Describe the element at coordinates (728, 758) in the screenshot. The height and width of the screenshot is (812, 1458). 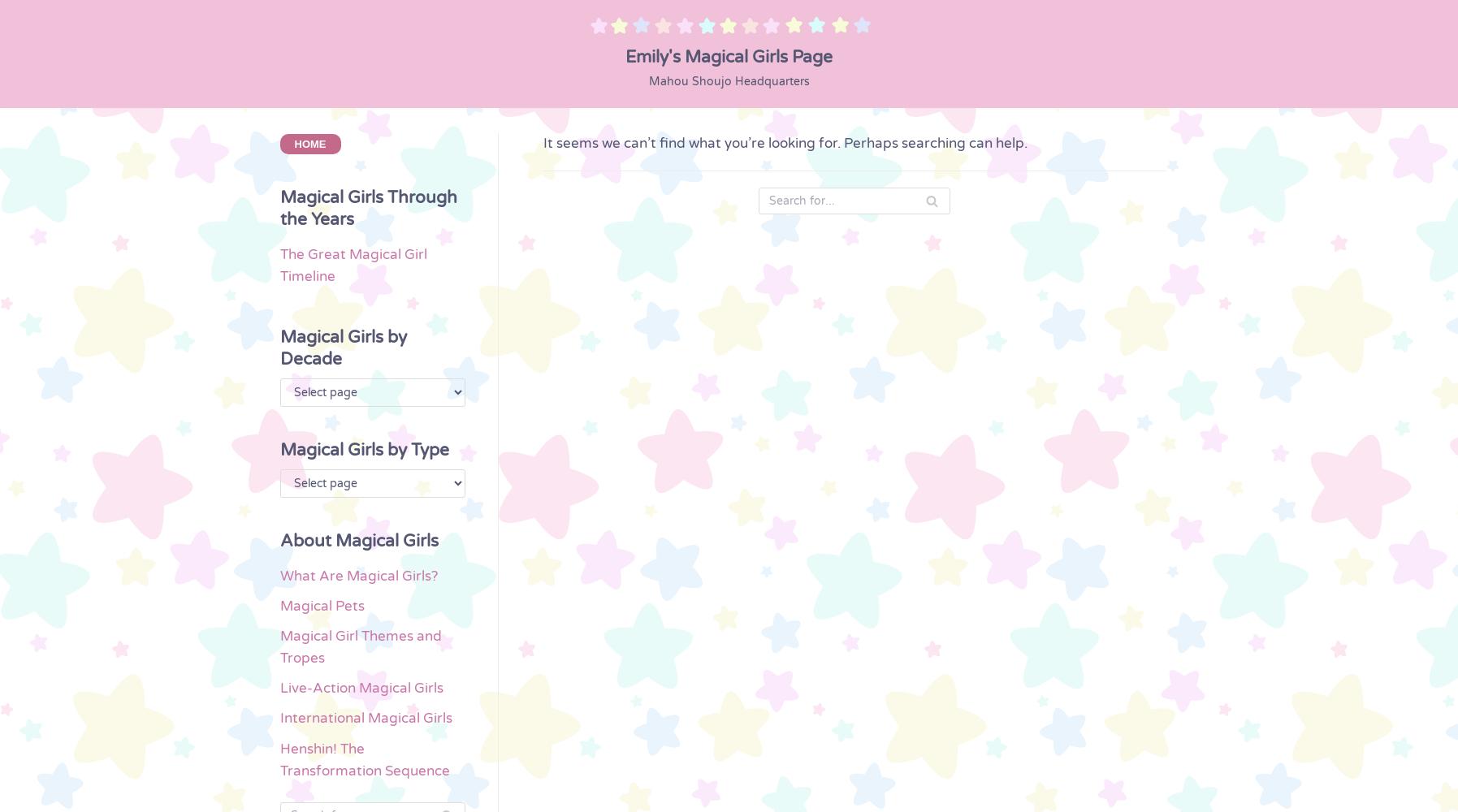
I see `'START TYPING AND PRESS ENTER TO SEARCH'` at that location.